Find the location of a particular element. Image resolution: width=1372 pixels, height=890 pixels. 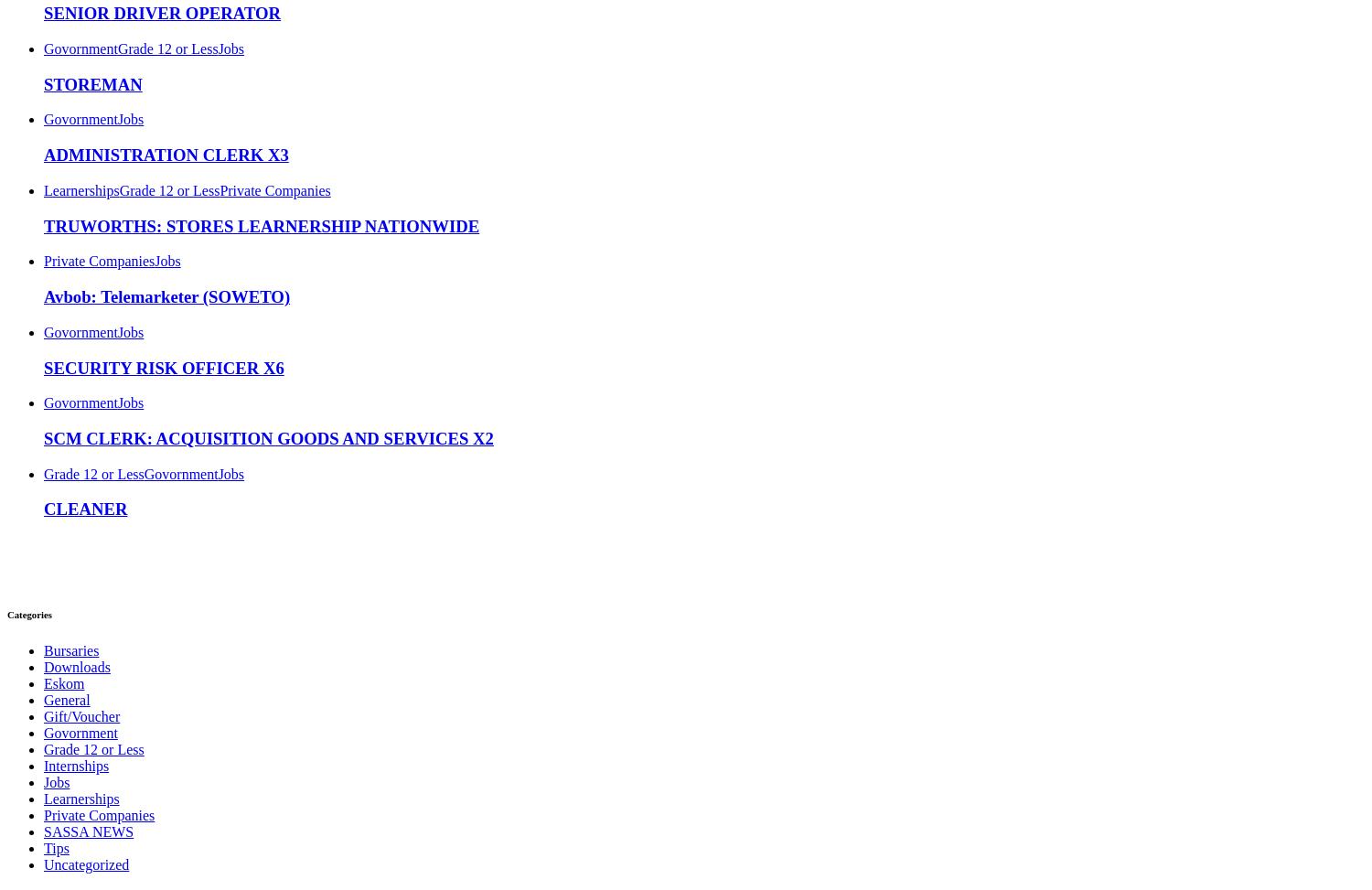

'CLEANER' is located at coordinates (84, 509).